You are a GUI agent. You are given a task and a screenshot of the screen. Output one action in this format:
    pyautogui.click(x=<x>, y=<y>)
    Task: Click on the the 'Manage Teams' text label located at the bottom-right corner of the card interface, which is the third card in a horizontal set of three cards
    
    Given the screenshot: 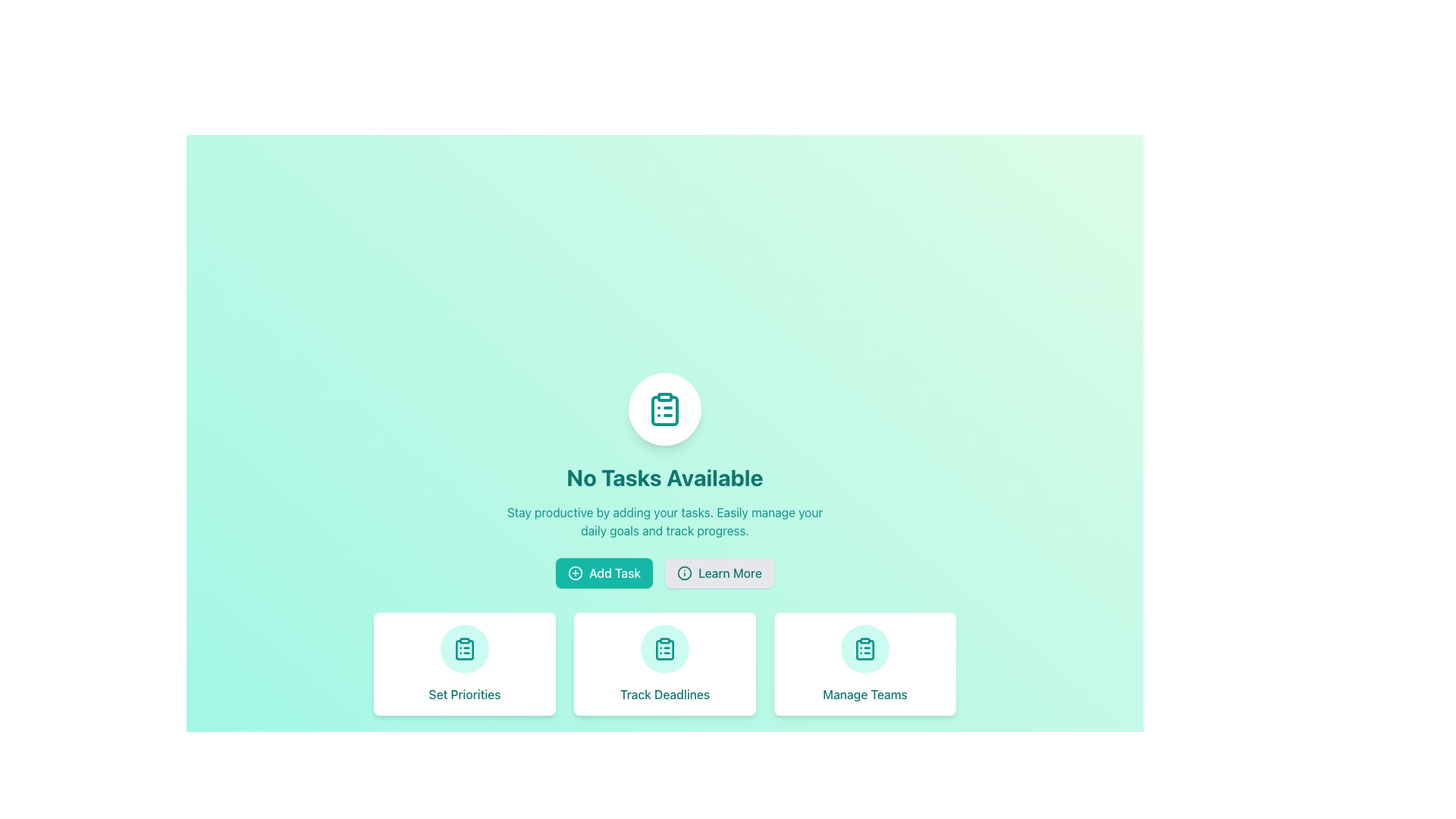 What is the action you would take?
    pyautogui.click(x=865, y=694)
    